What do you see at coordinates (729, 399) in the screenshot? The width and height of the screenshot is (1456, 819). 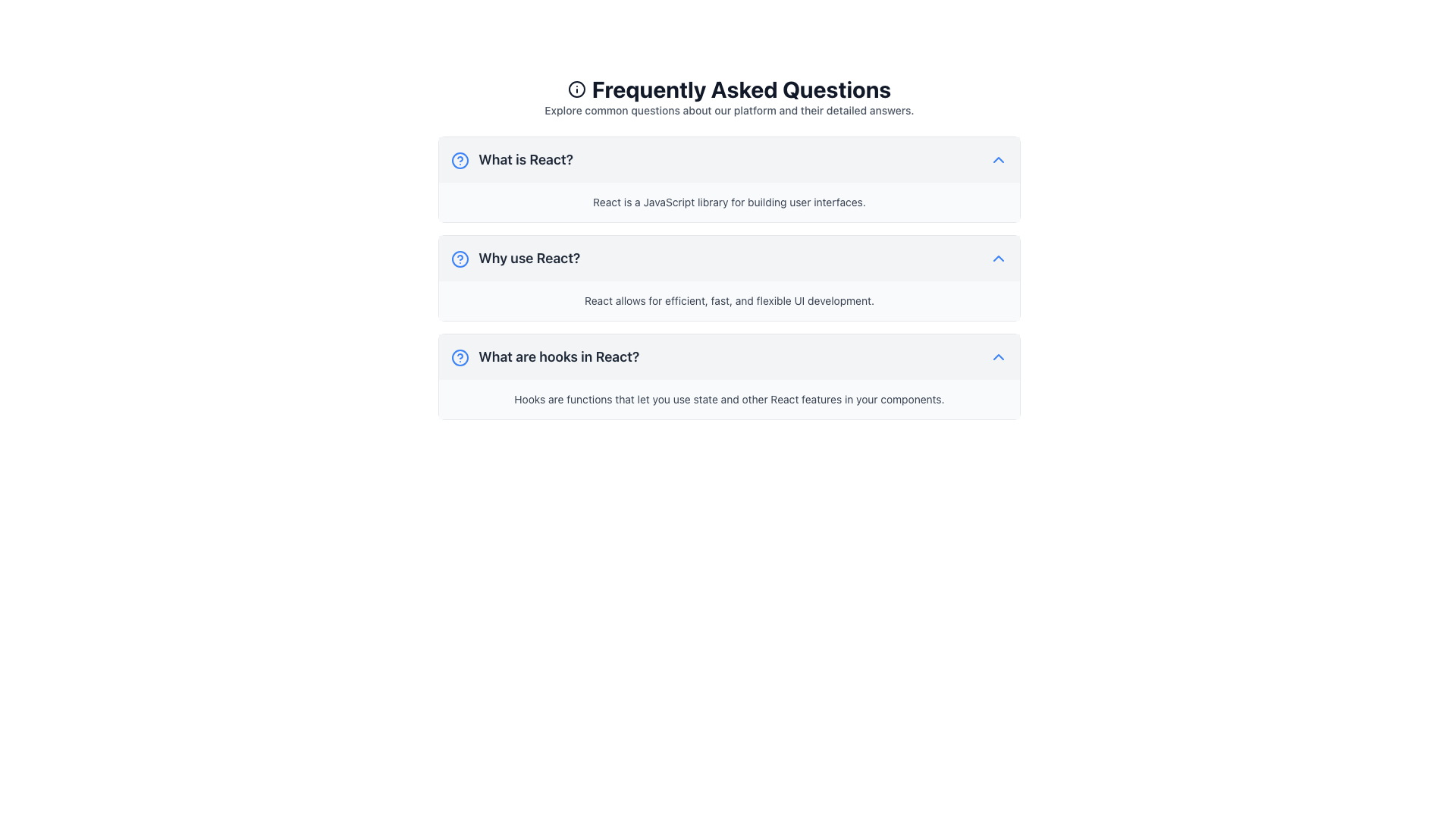 I see `the informational text block that describes hooks in React, located immediately below the question 'What are hooks in React?' in the Frequently Asked Questions section` at bounding box center [729, 399].